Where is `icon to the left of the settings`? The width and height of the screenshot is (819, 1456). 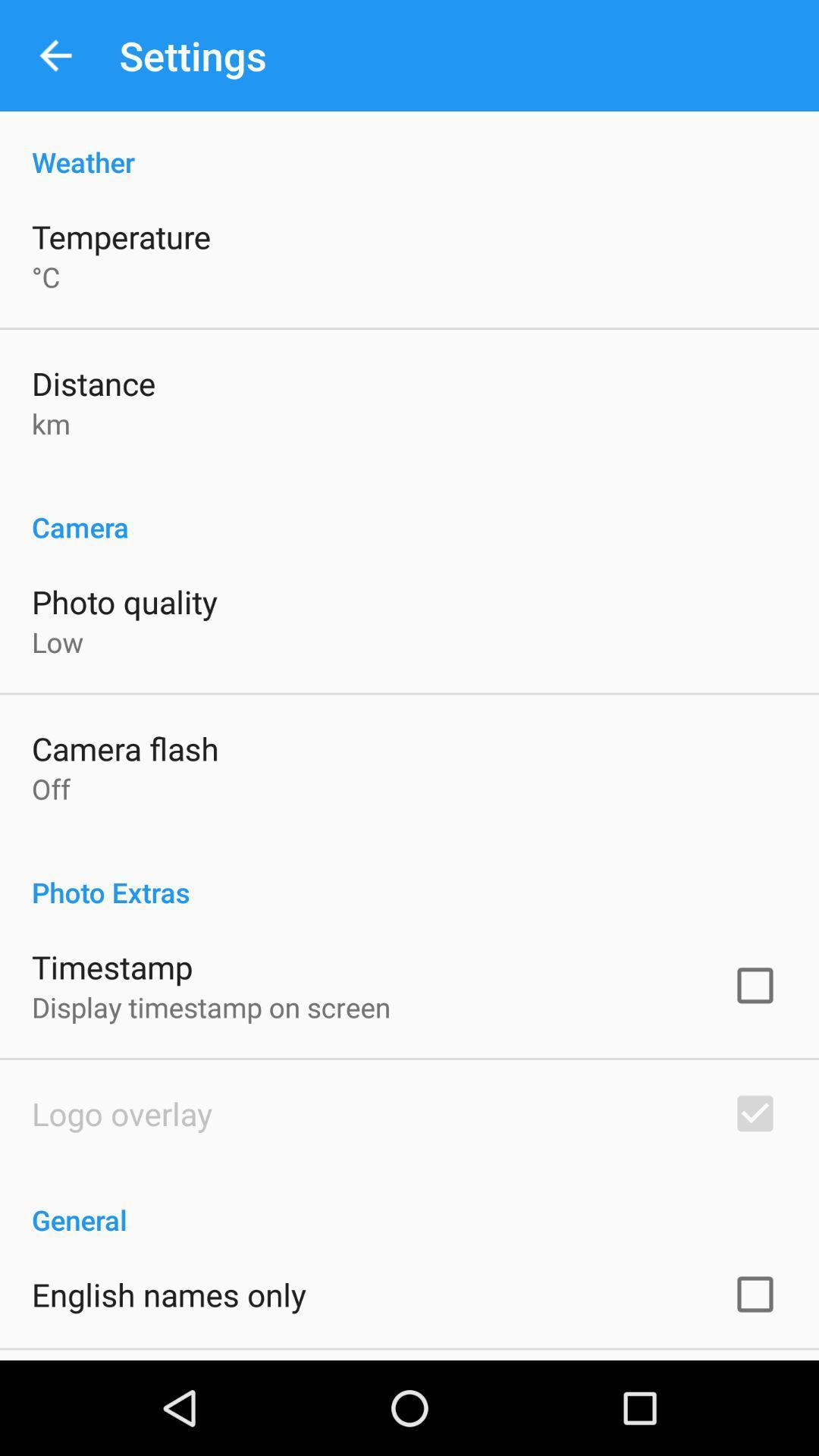
icon to the left of the settings is located at coordinates (55, 55).